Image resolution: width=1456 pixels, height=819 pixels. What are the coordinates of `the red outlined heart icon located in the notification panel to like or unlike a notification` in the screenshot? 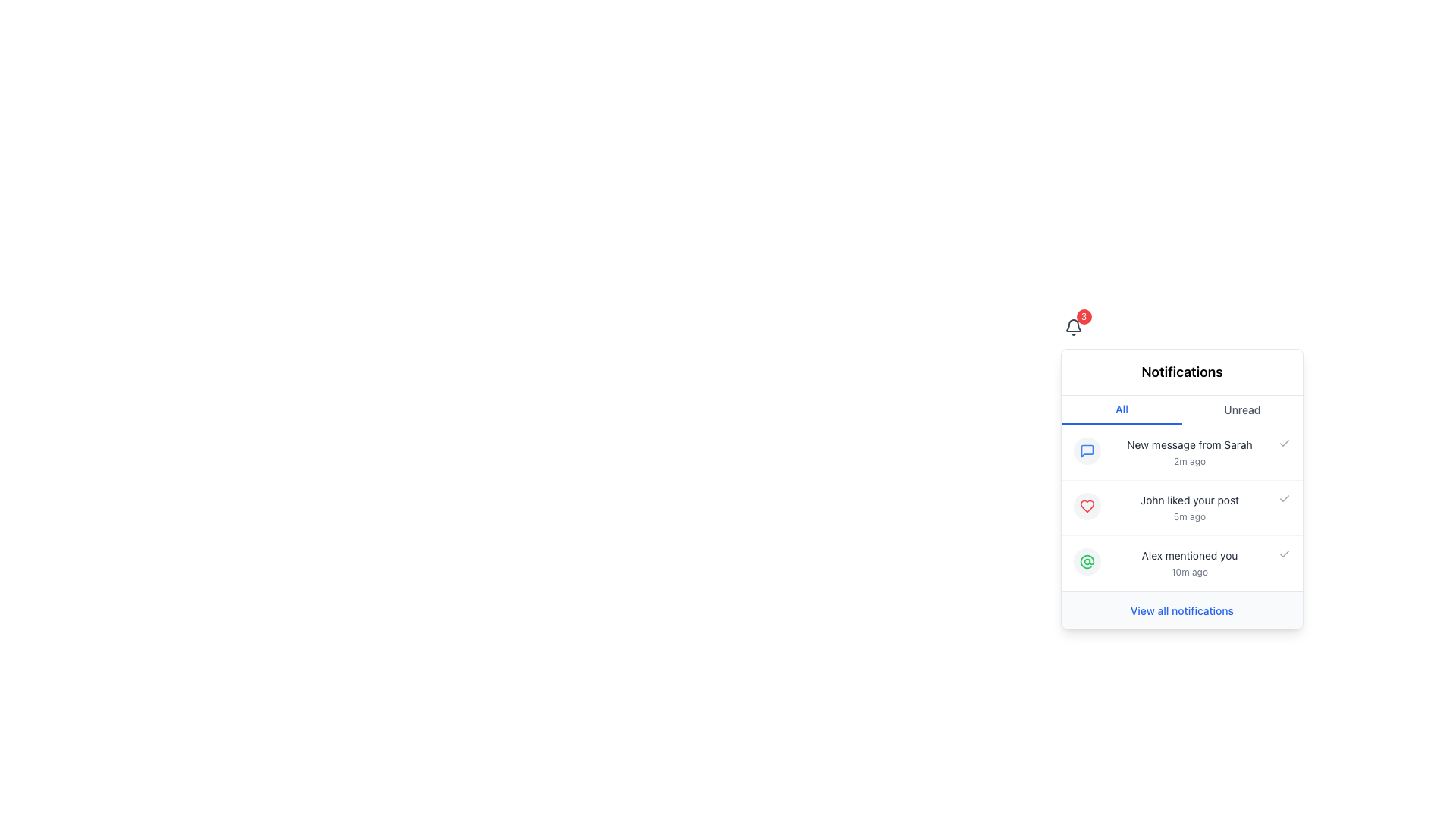 It's located at (1087, 506).